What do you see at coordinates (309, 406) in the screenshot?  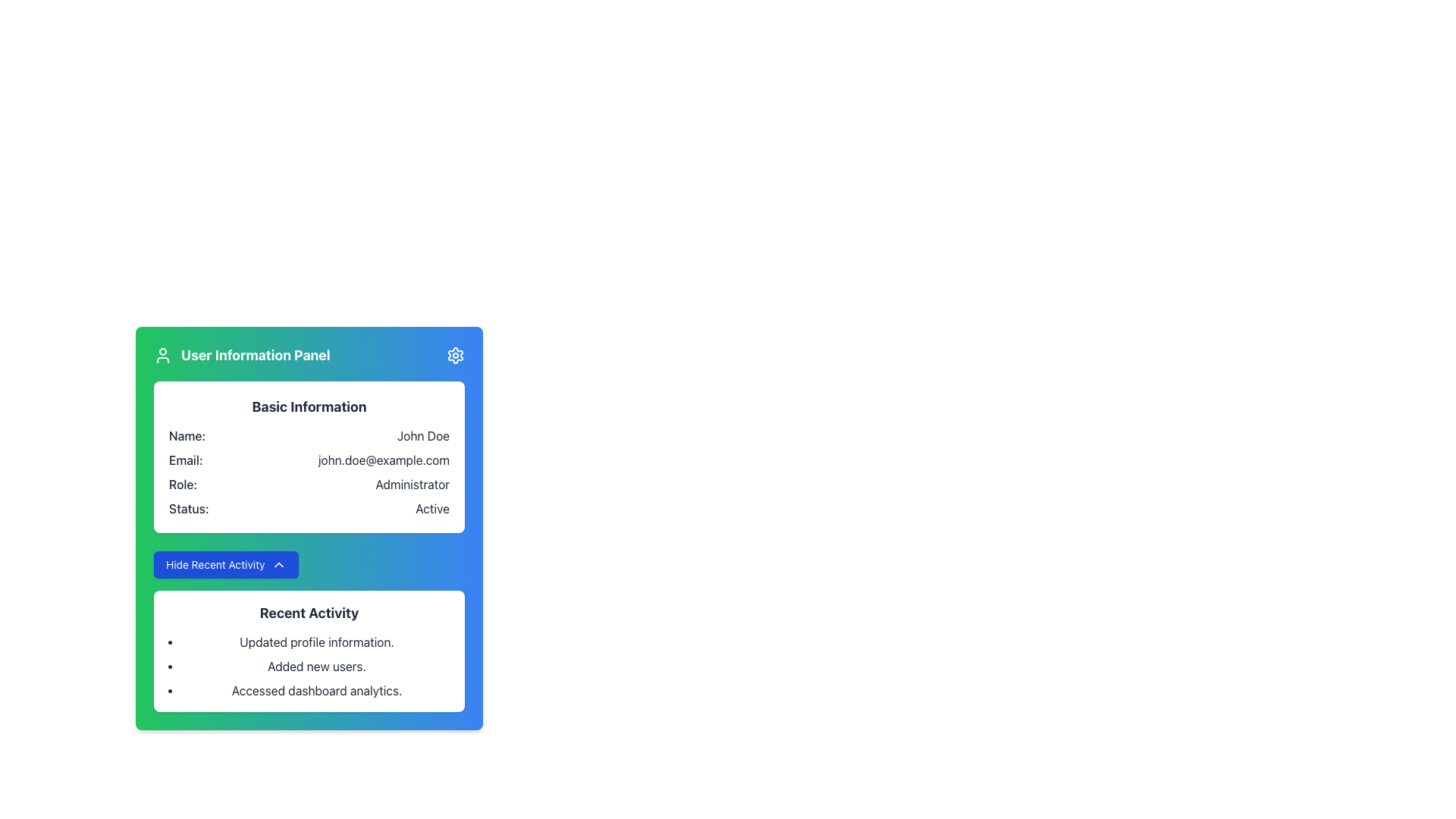 I see `the prominently styled text block displaying the label 'Basic Information', which is dark-colored and positioned at the top of the content section` at bounding box center [309, 406].